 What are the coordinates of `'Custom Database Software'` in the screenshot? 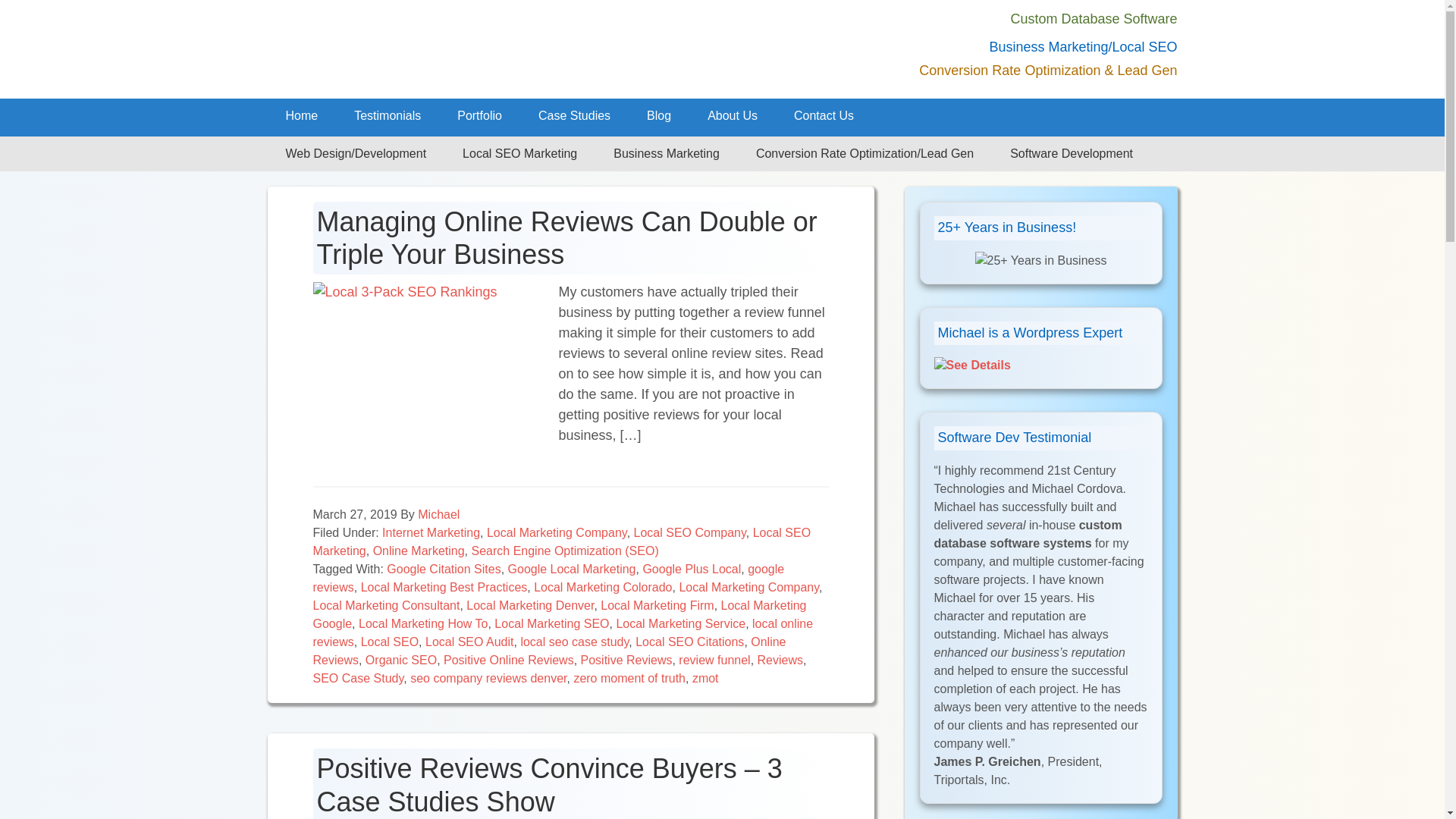 It's located at (1093, 18).